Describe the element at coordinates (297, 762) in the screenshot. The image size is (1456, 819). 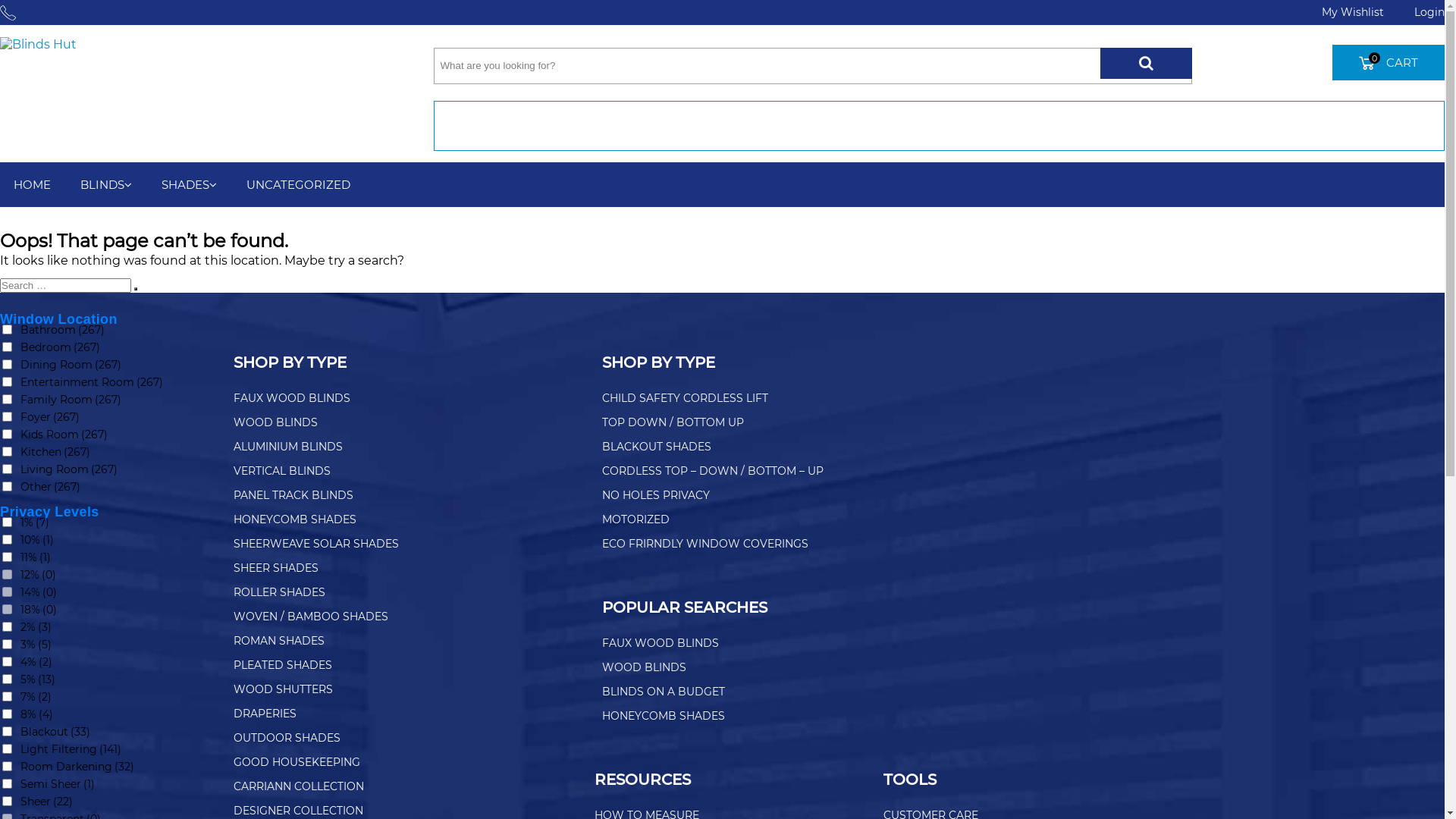
I see `'GOOD HOUSEKEEPING'` at that location.